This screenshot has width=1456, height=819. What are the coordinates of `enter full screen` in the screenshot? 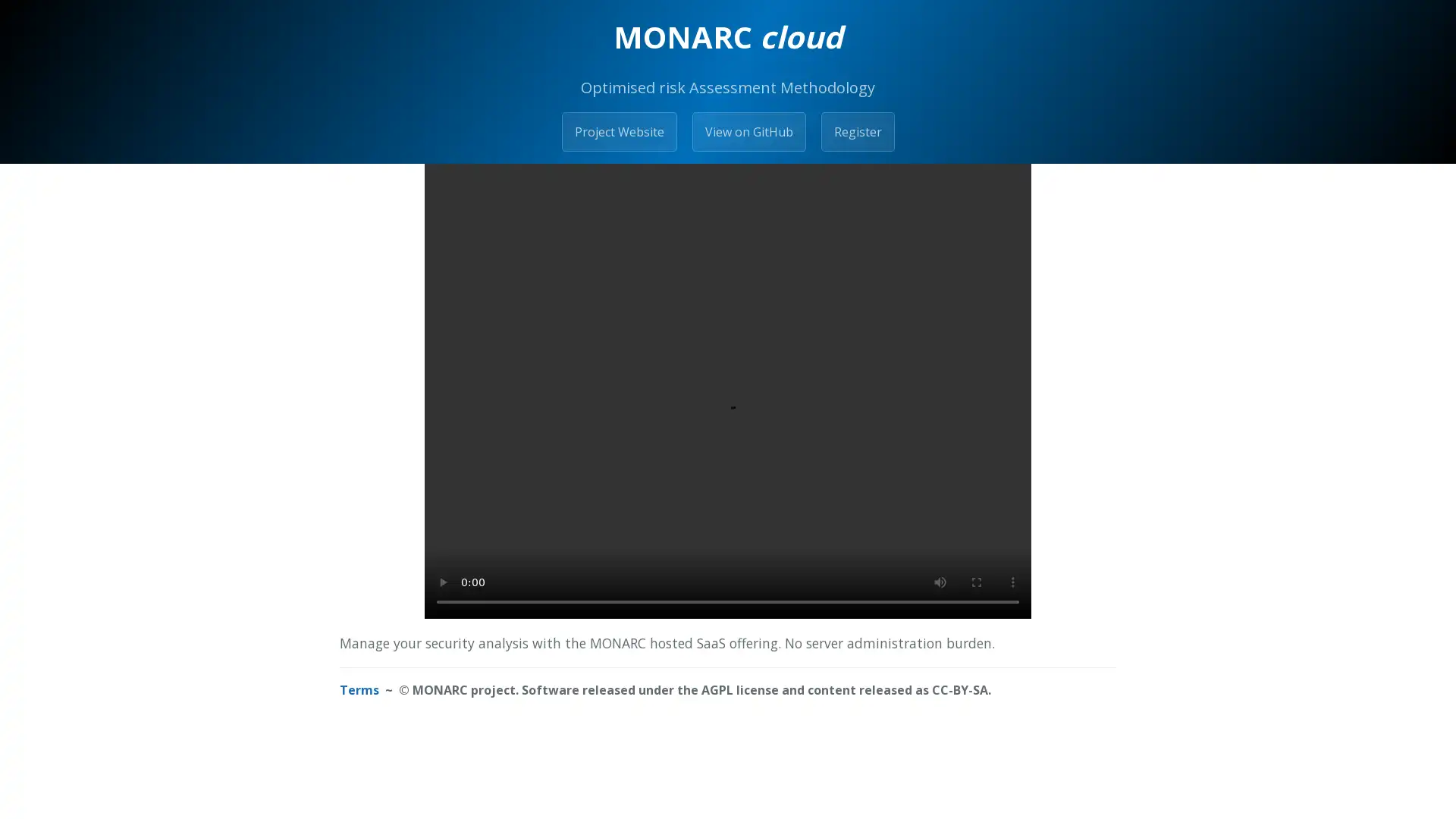 It's located at (976, 581).